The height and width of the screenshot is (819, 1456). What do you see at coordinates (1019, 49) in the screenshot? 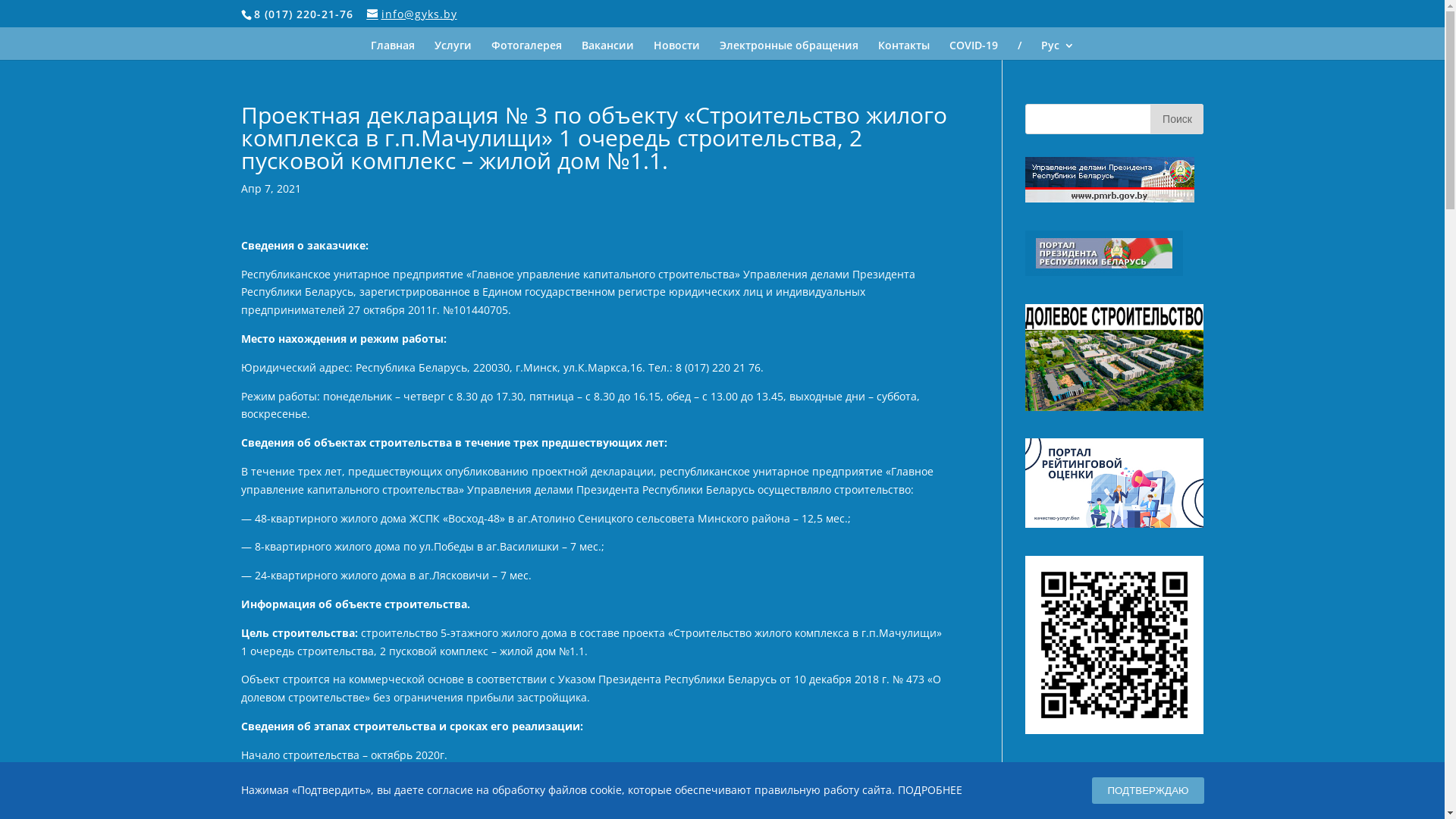
I see `'/'` at bounding box center [1019, 49].